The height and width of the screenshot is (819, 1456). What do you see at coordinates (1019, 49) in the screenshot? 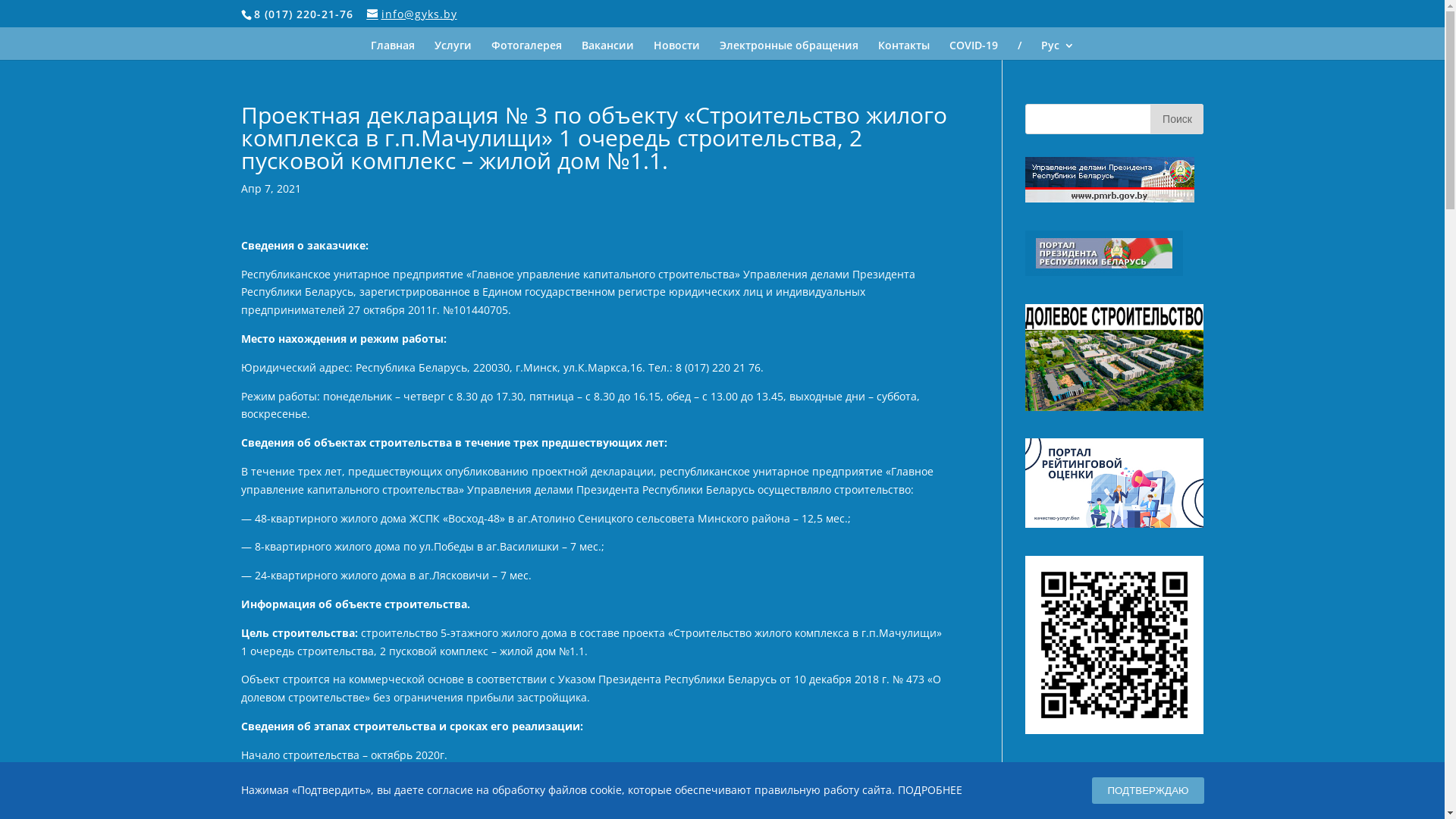
I see `'/'` at bounding box center [1019, 49].